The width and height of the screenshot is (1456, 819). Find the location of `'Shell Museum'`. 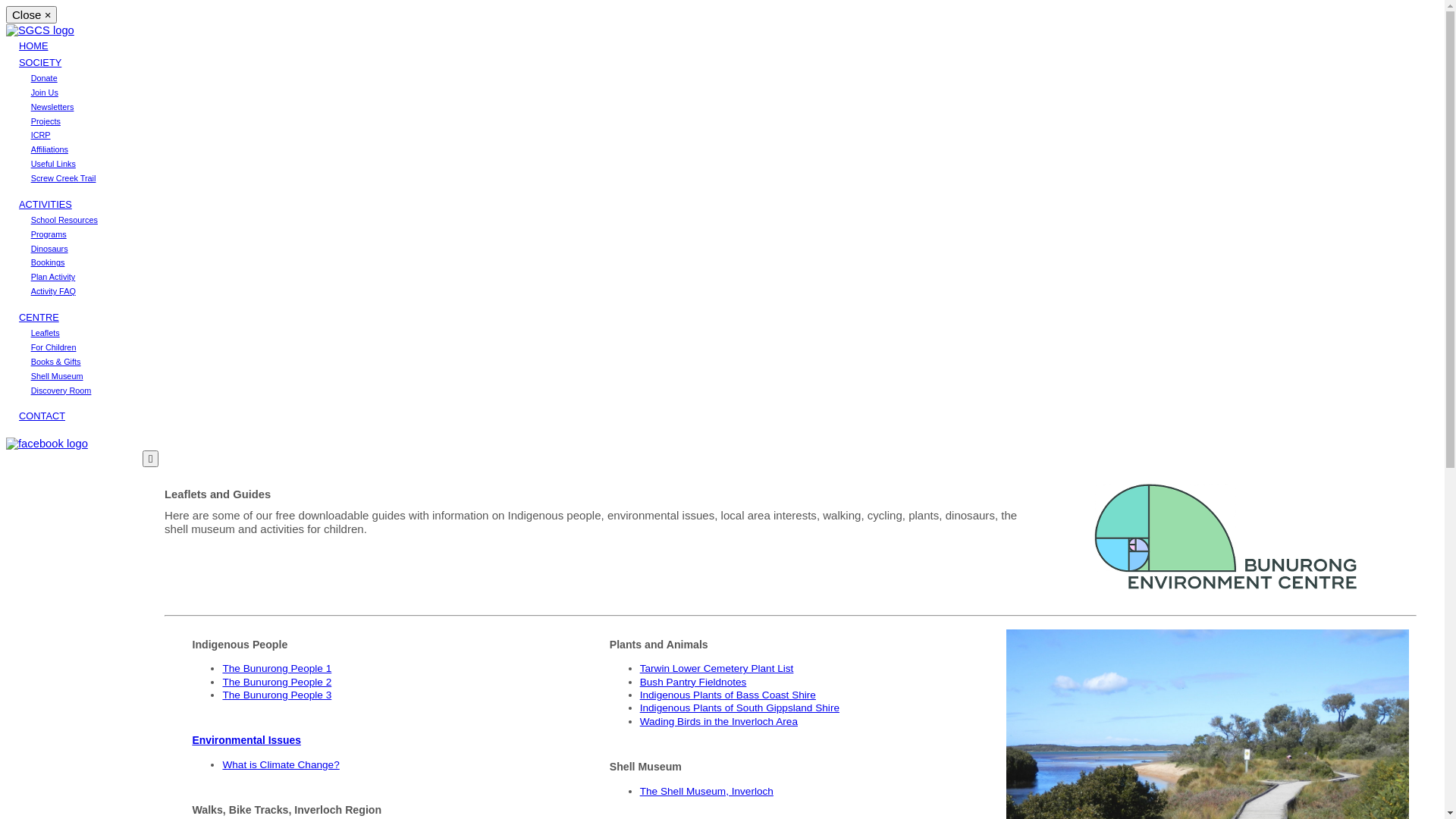

'Shell Museum' is located at coordinates (57, 375).